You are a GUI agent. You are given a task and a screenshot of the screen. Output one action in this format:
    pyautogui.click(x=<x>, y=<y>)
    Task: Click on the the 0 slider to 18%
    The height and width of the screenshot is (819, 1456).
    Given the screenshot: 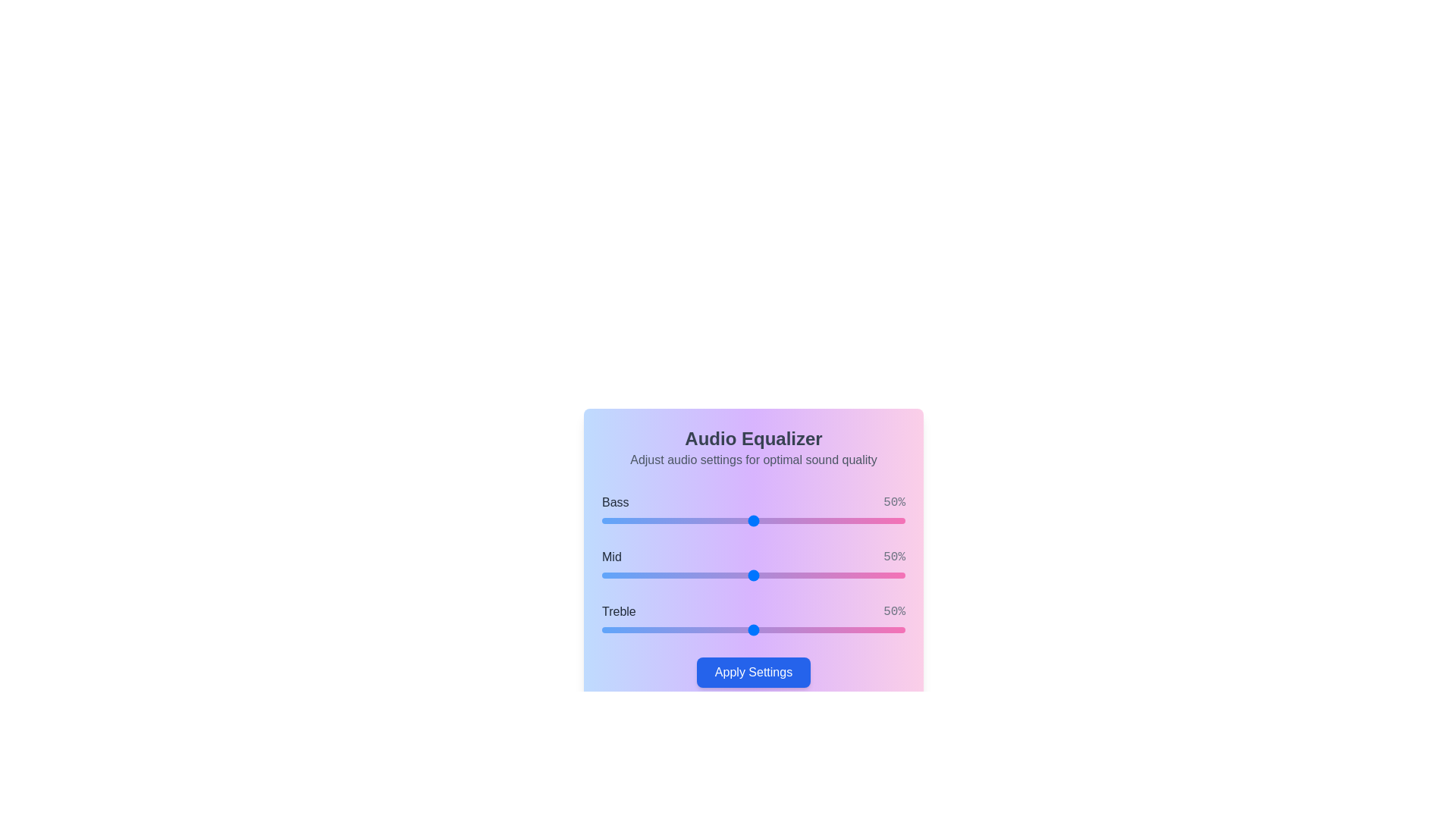 What is the action you would take?
    pyautogui.click(x=656, y=519)
    